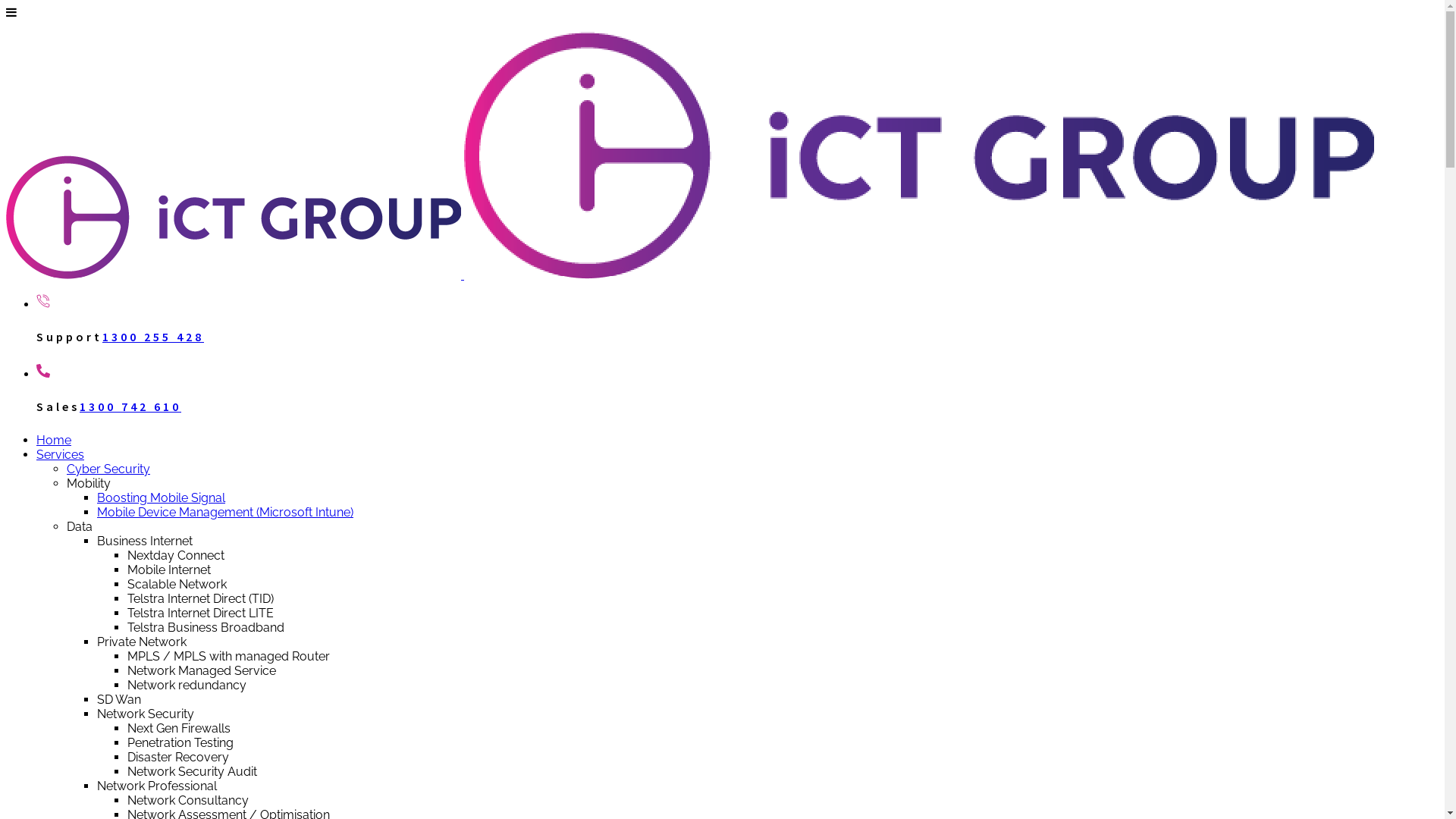  Describe the element at coordinates (87, 483) in the screenshot. I see `'Mobility'` at that location.